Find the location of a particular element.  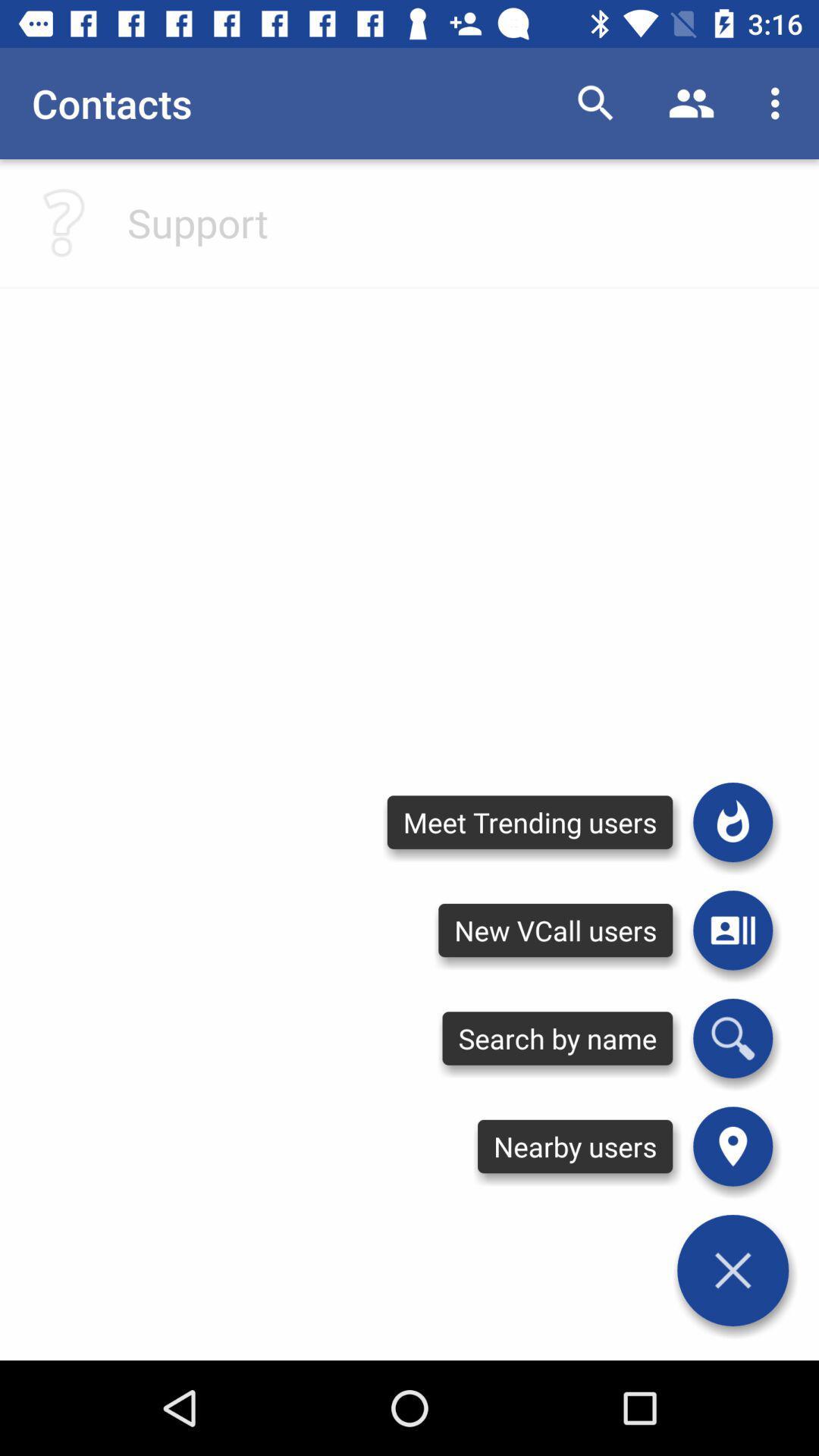

icon to the right of search by name is located at coordinates (732, 1147).